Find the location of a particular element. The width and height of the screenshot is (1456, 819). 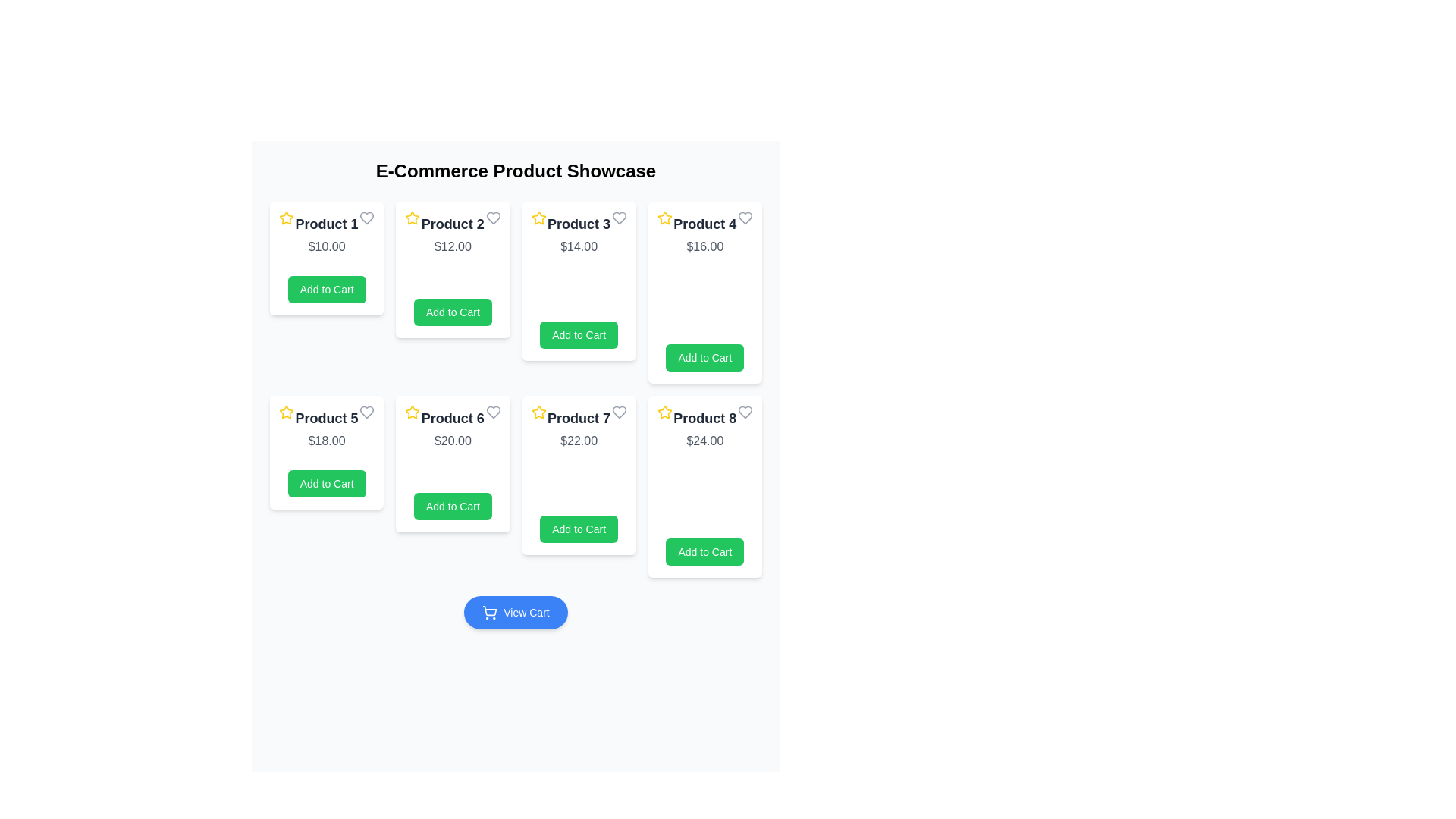

the top-left icon button in the card below the heading 'Product 2' is located at coordinates (413, 218).